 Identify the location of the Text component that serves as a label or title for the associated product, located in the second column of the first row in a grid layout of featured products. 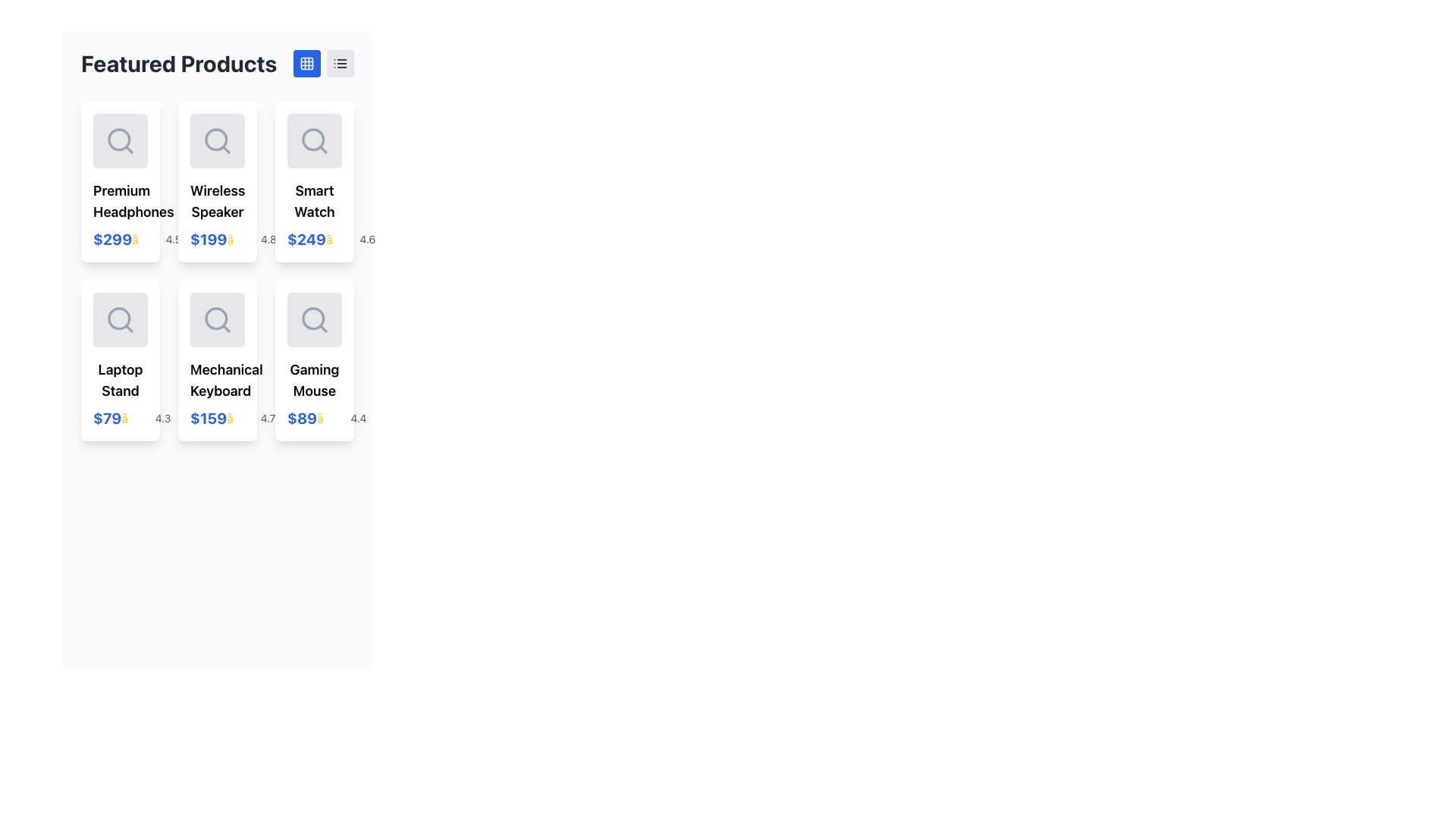
(217, 201).